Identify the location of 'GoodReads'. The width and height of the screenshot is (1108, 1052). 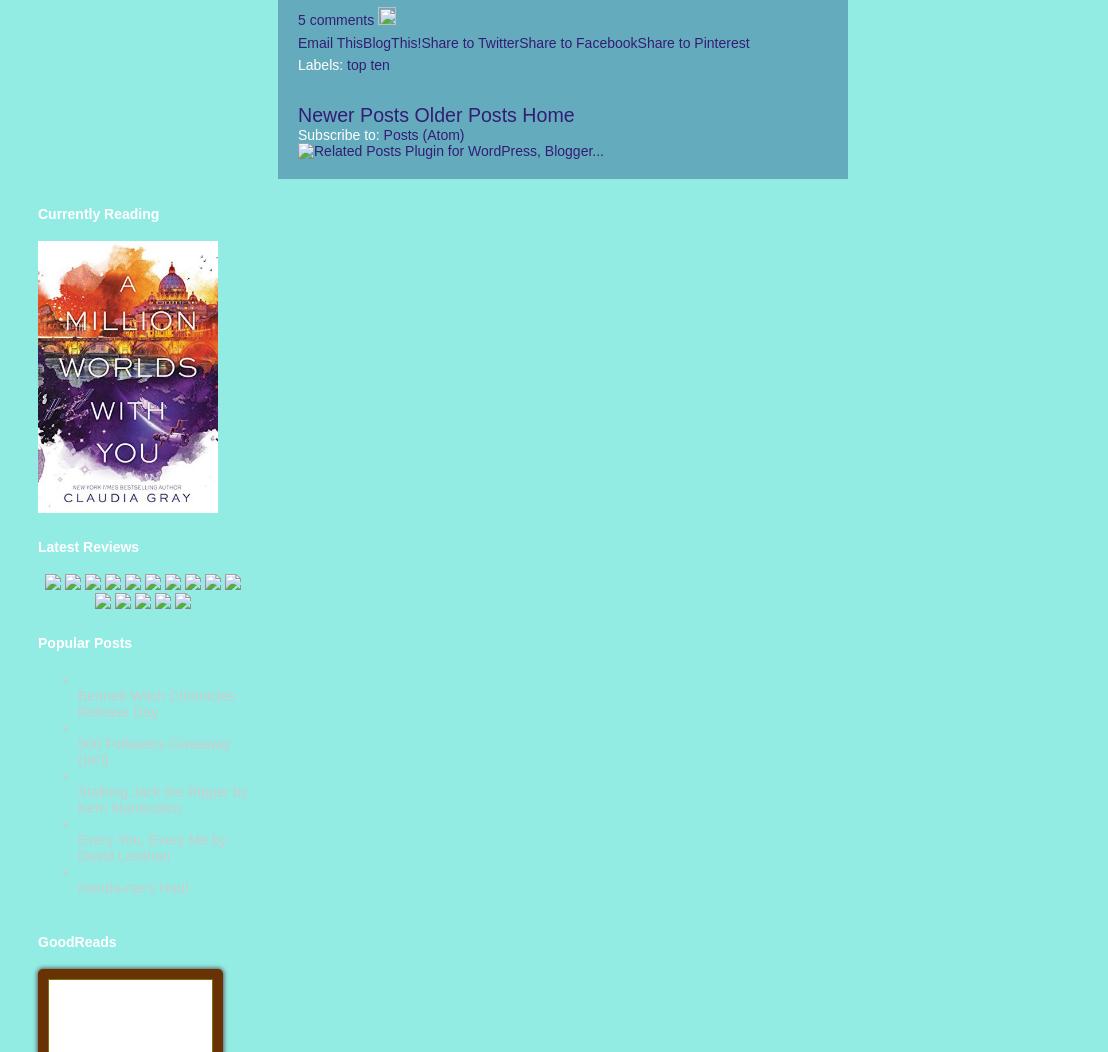
(76, 940).